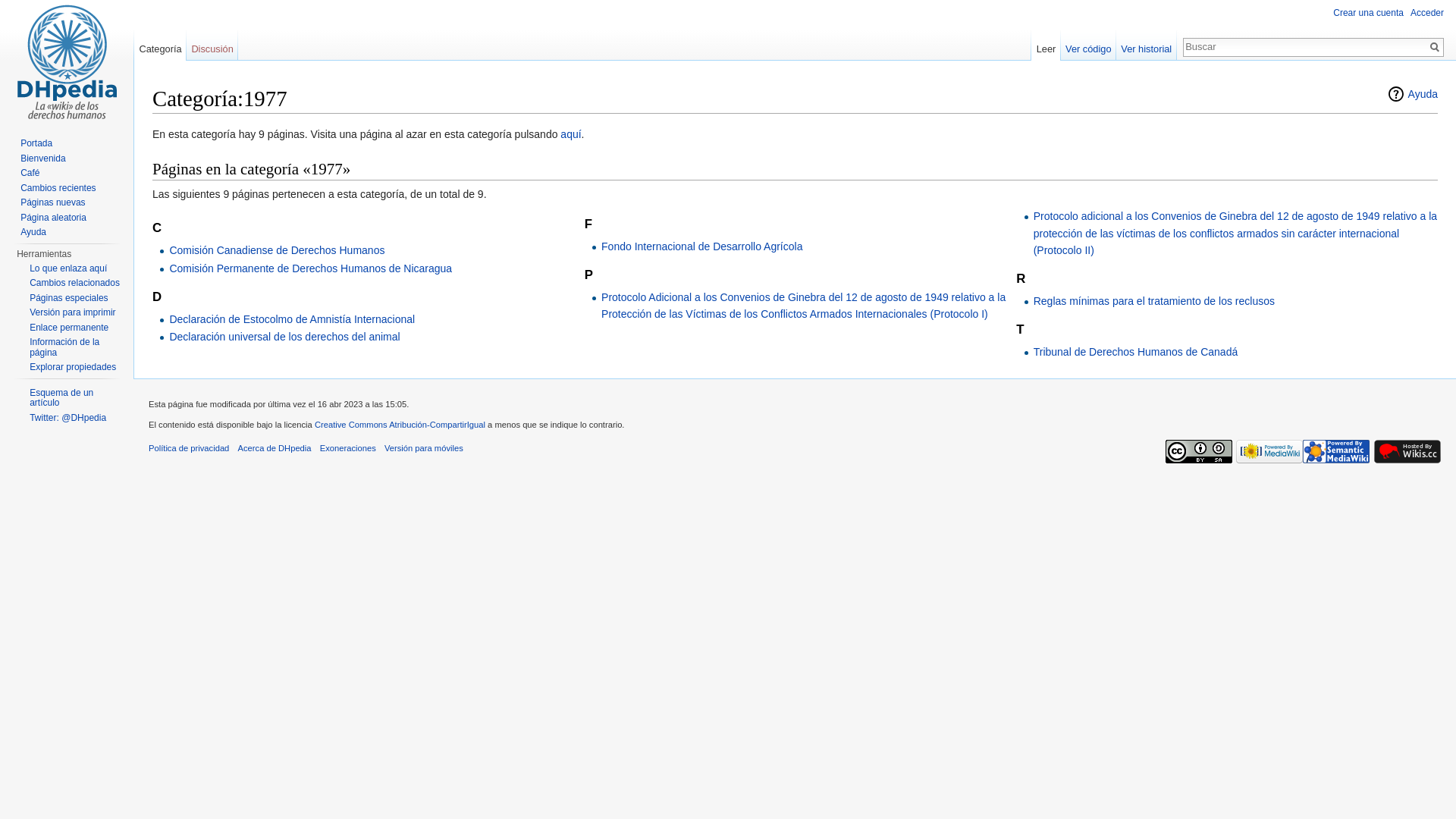 This screenshot has width=1456, height=819. What do you see at coordinates (36, 143) in the screenshot?
I see `'Portada'` at bounding box center [36, 143].